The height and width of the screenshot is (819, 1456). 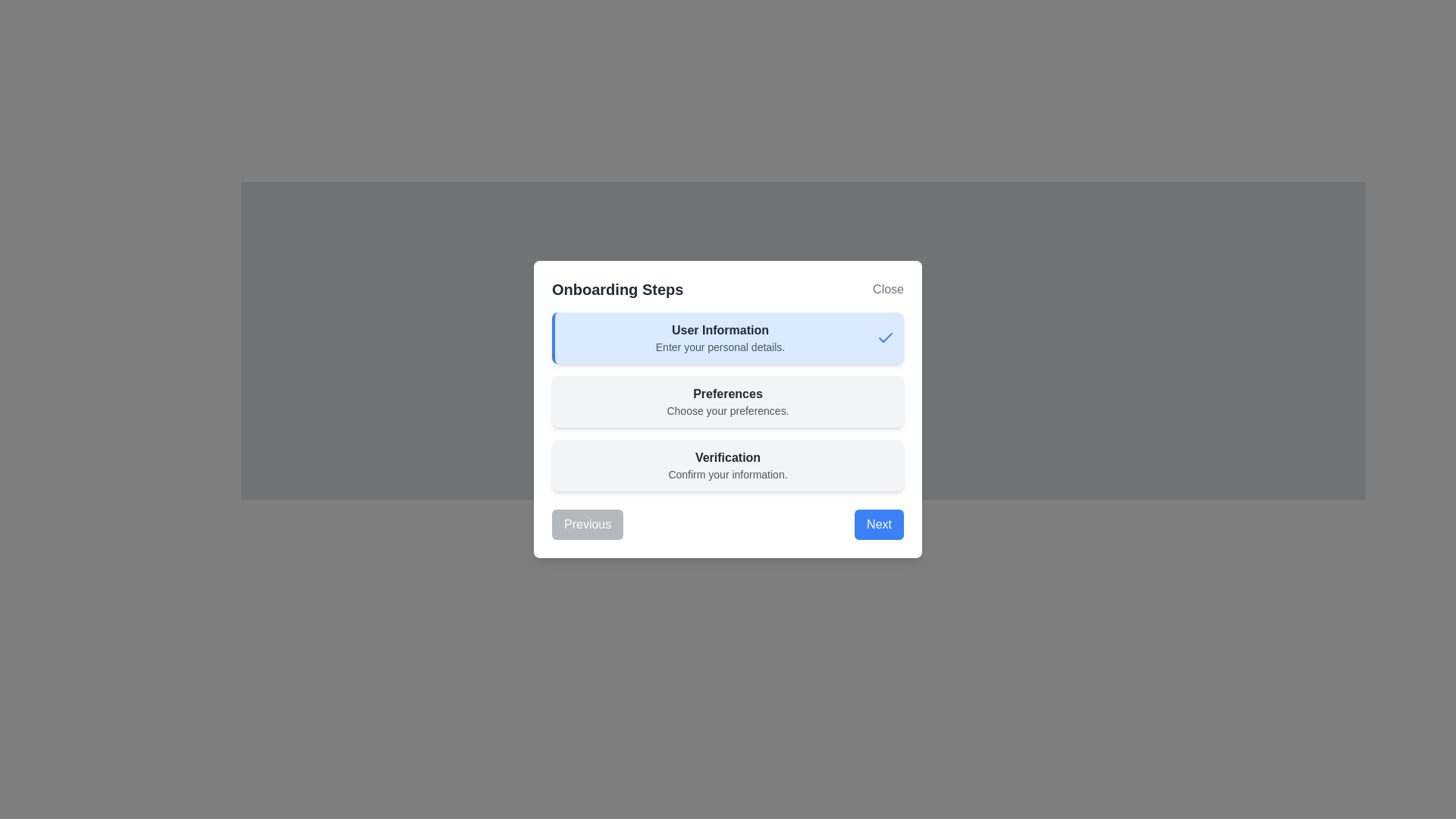 What do you see at coordinates (728, 400) in the screenshot?
I see `the 'Preferences' step indicator in the Onboarding Steps dialog, which is the second section of three in the vertical list` at bounding box center [728, 400].